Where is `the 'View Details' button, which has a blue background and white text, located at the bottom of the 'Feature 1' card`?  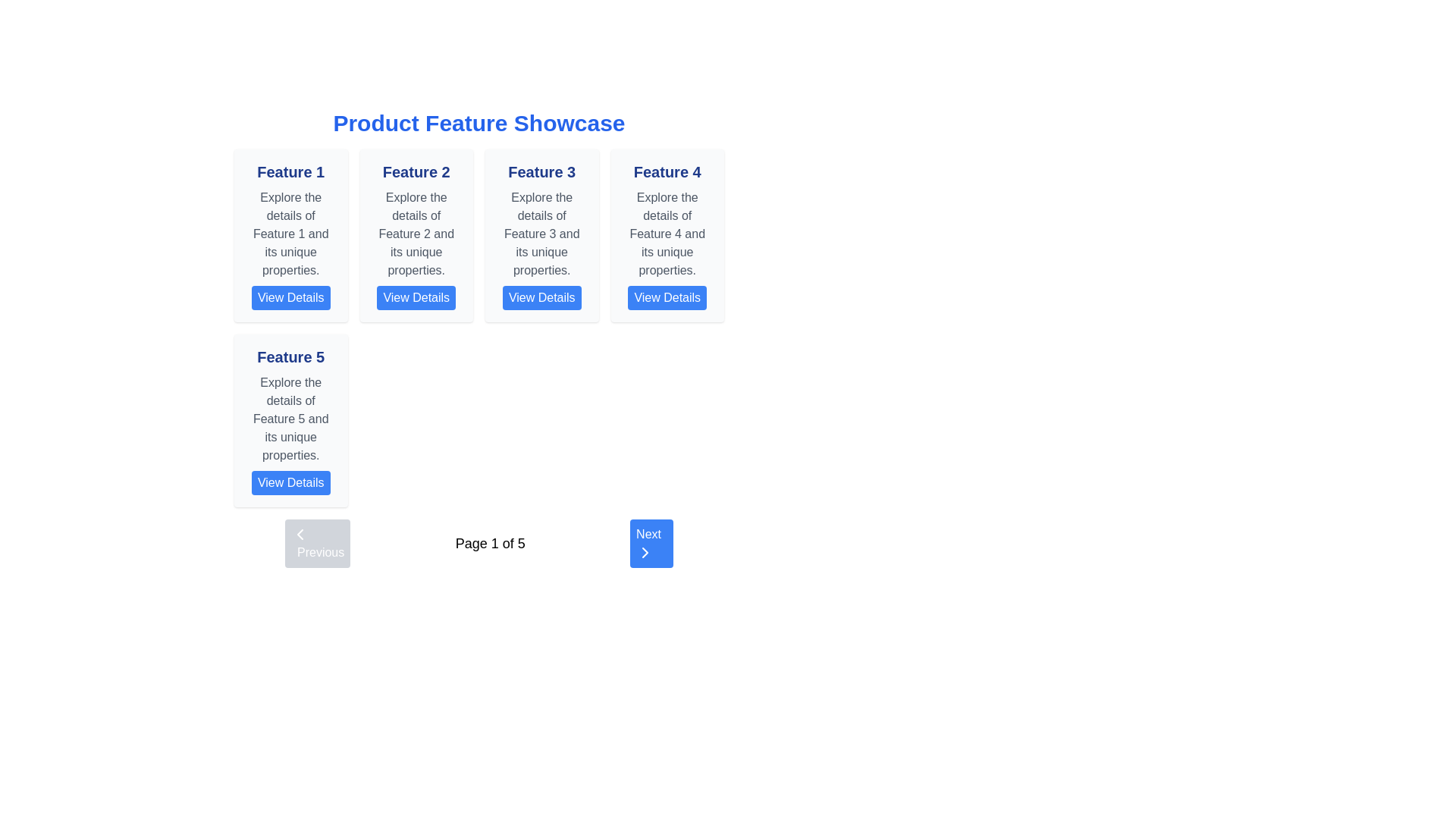
the 'View Details' button, which has a blue background and white text, located at the bottom of the 'Feature 1' card is located at coordinates (290, 298).